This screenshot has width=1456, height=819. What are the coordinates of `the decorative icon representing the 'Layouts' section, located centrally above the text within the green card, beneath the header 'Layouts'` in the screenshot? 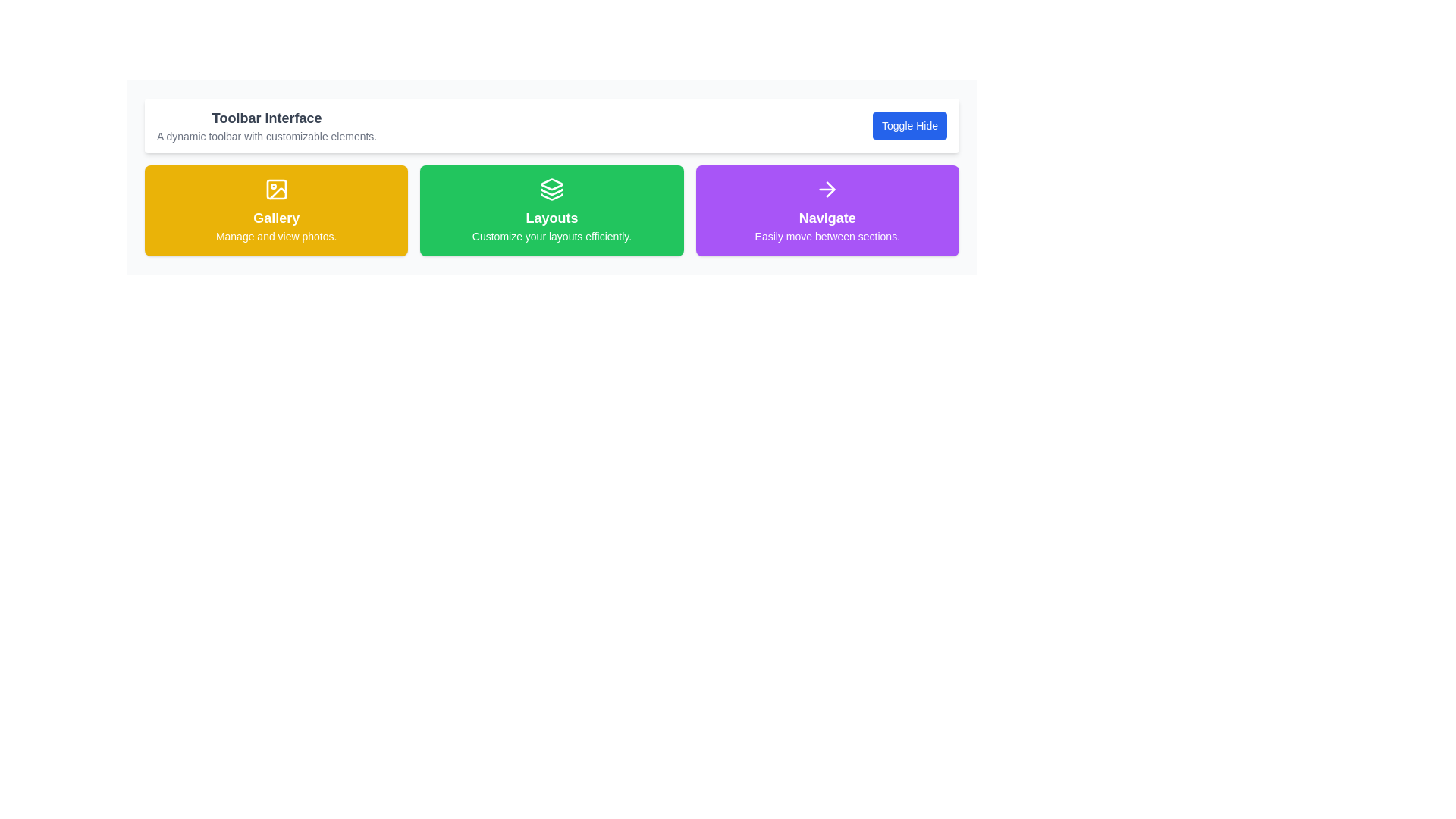 It's located at (551, 184).